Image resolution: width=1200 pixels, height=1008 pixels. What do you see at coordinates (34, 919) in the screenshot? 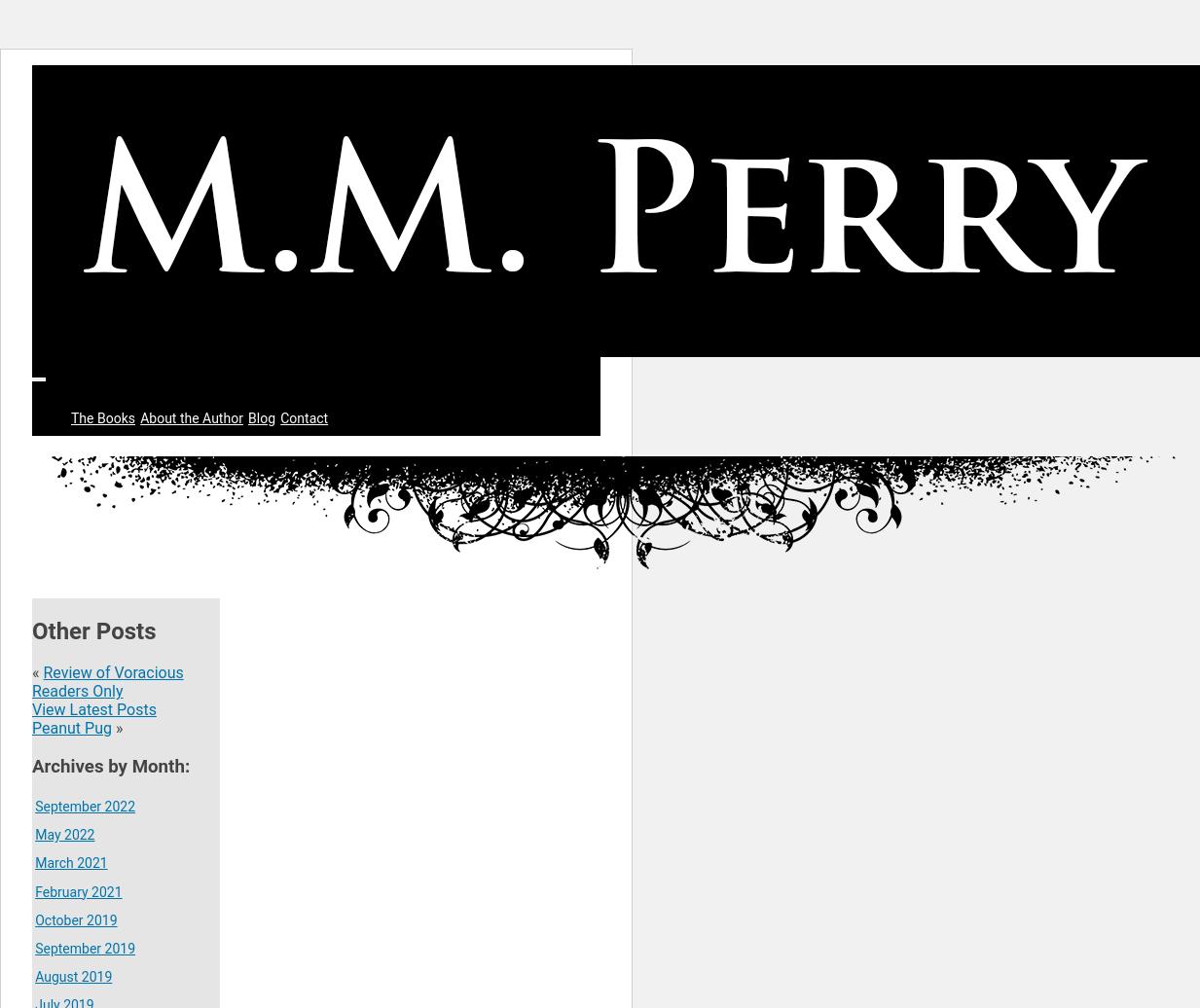
I see `'October 2019'` at bounding box center [34, 919].